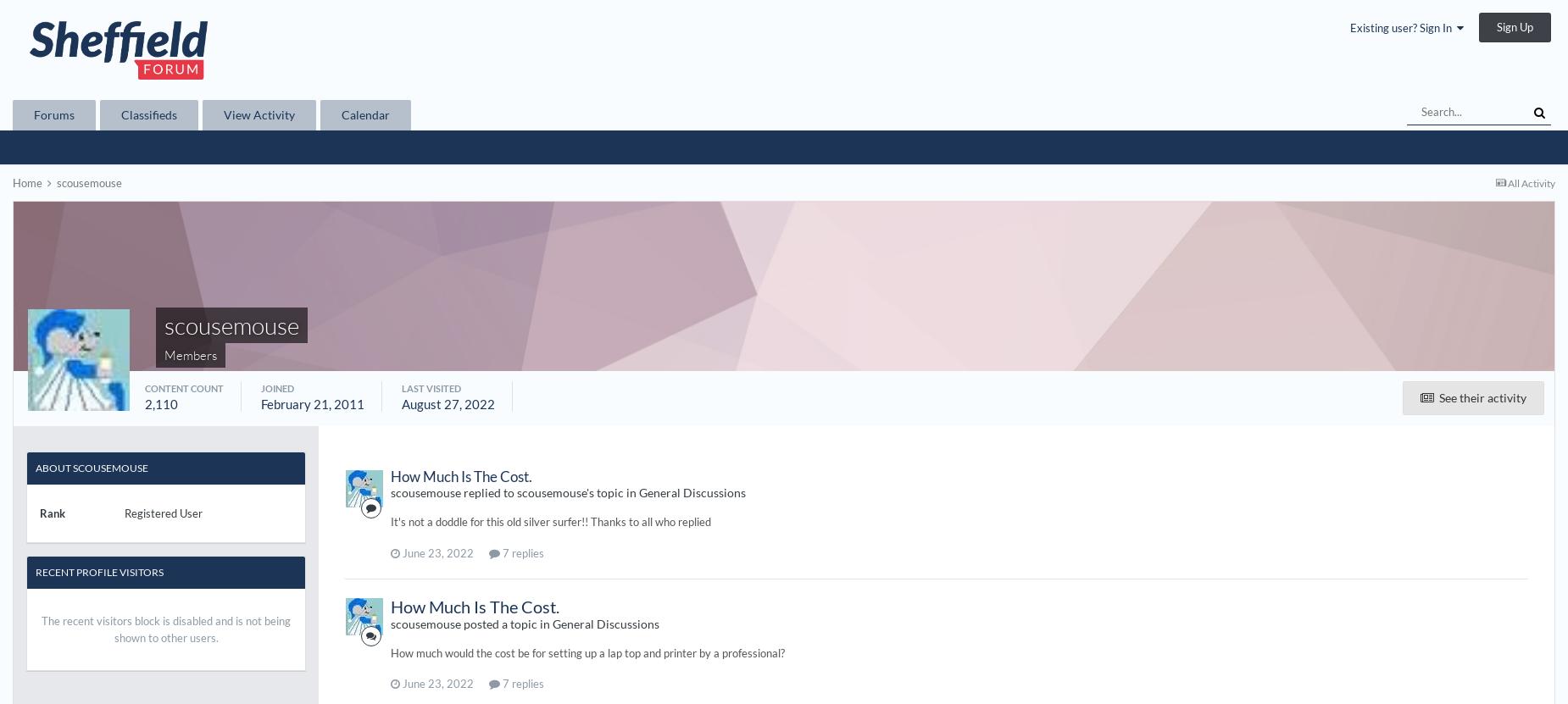  Describe the element at coordinates (312, 403) in the screenshot. I see `'February 21, 2011'` at that location.